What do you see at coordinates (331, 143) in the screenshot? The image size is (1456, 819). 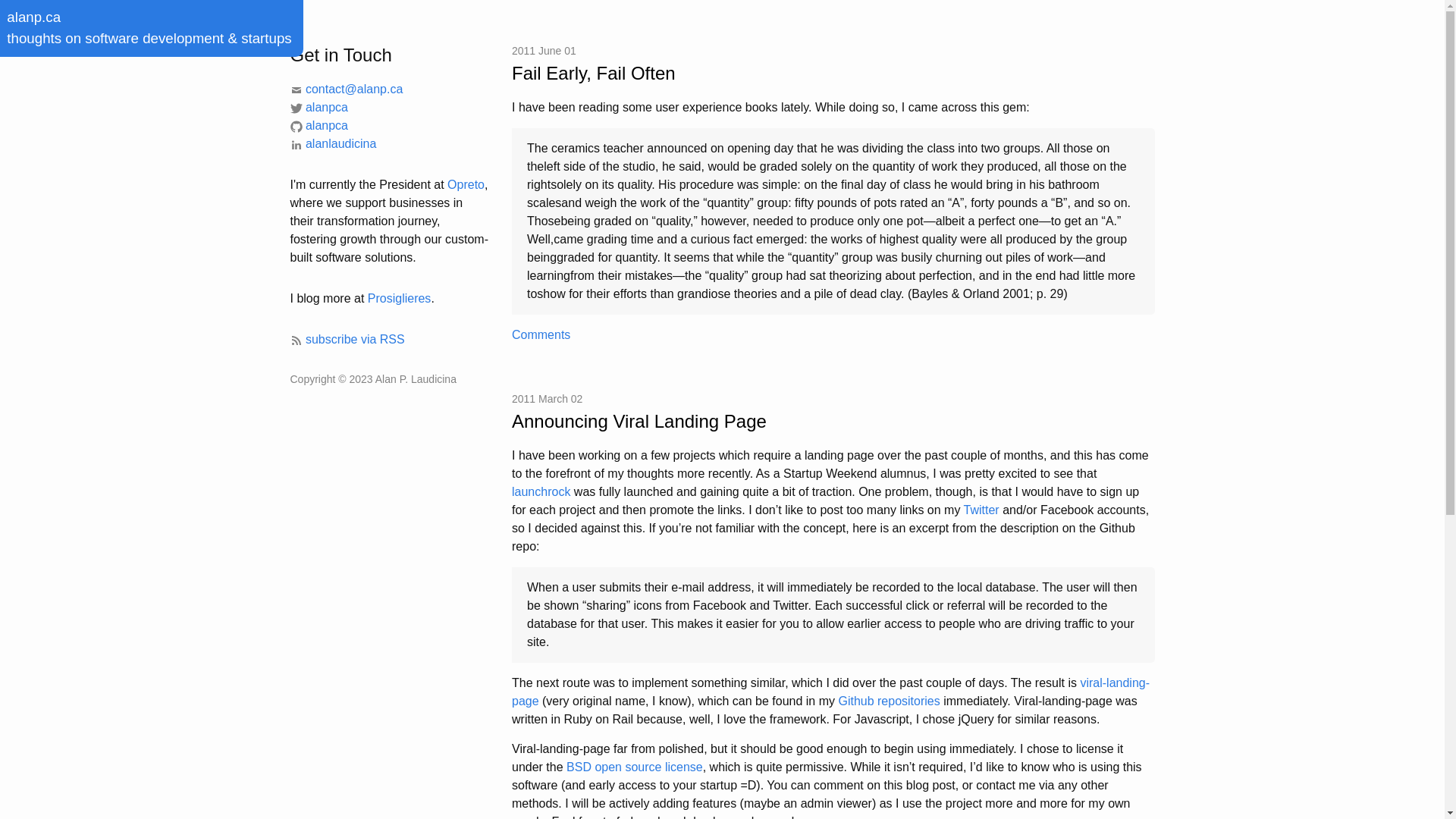 I see `'alanlaudicina'` at bounding box center [331, 143].